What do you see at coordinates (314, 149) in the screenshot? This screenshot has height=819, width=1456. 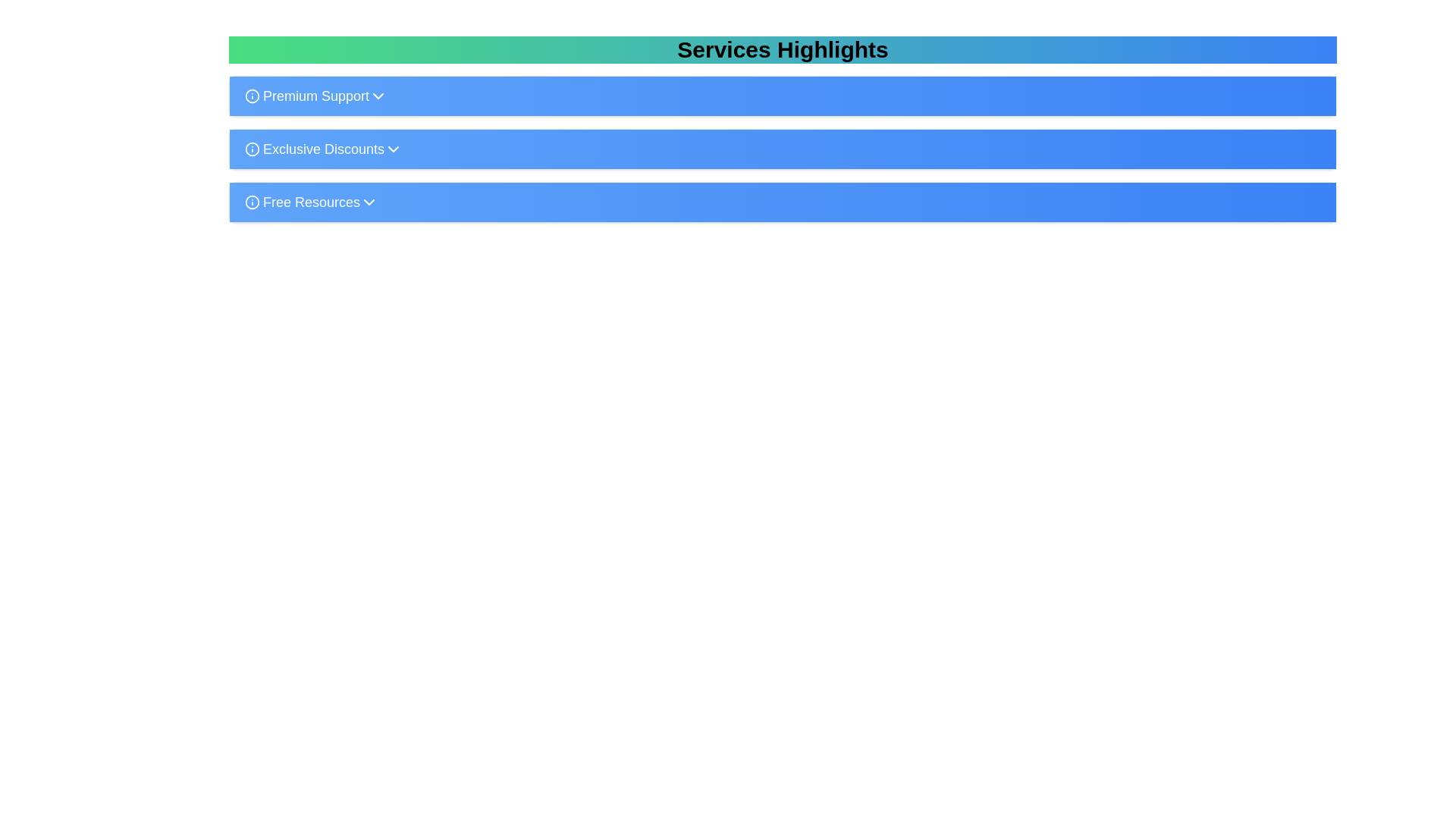 I see `the Text label heading that serves as the title for exclusive discounts, positioned centrally between 'Premium Support' and 'Free Resources'` at bounding box center [314, 149].